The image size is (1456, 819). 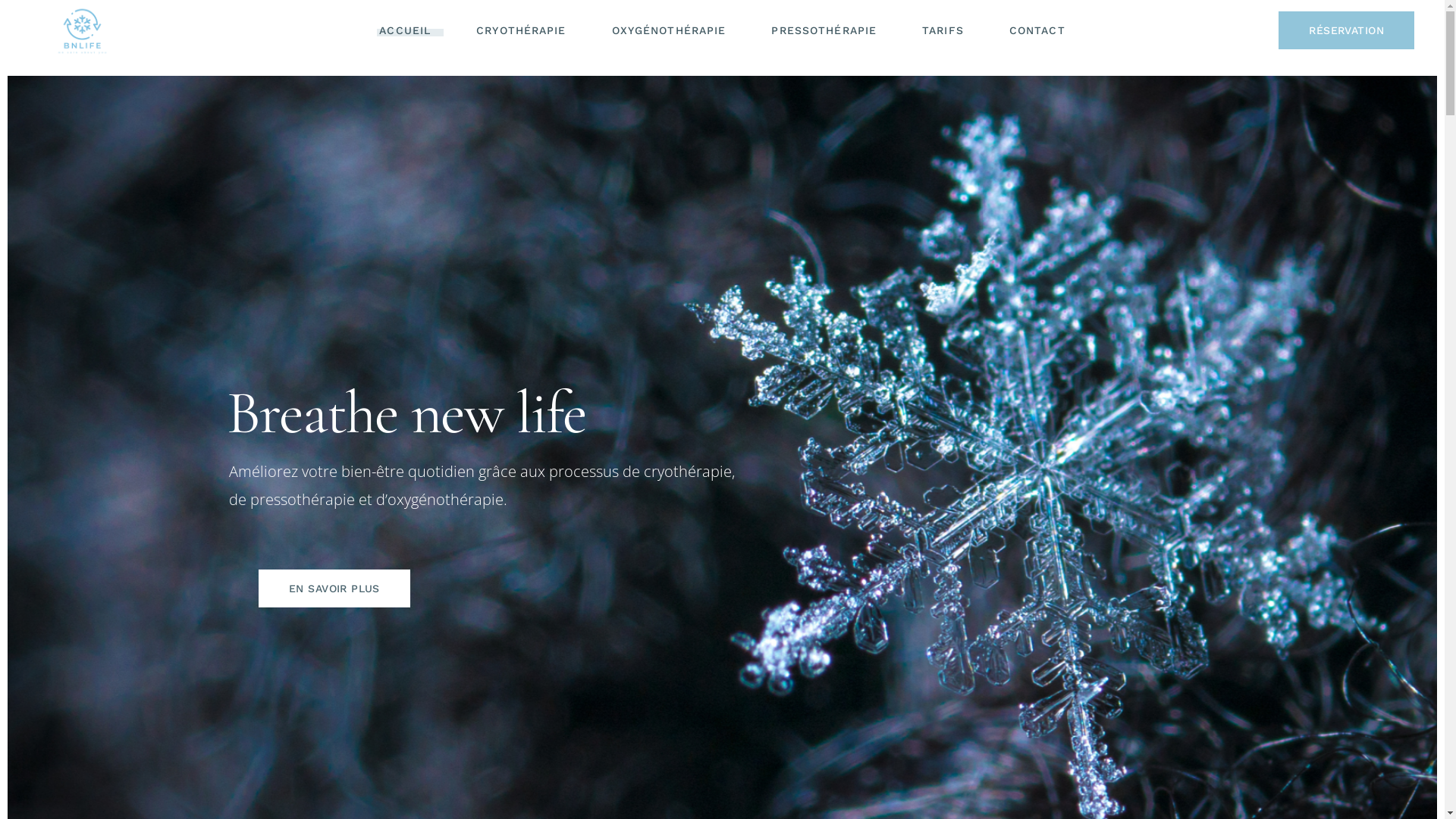 What do you see at coordinates (404, 30) in the screenshot?
I see `'ACCUEIL'` at bounding box center [404, 30].